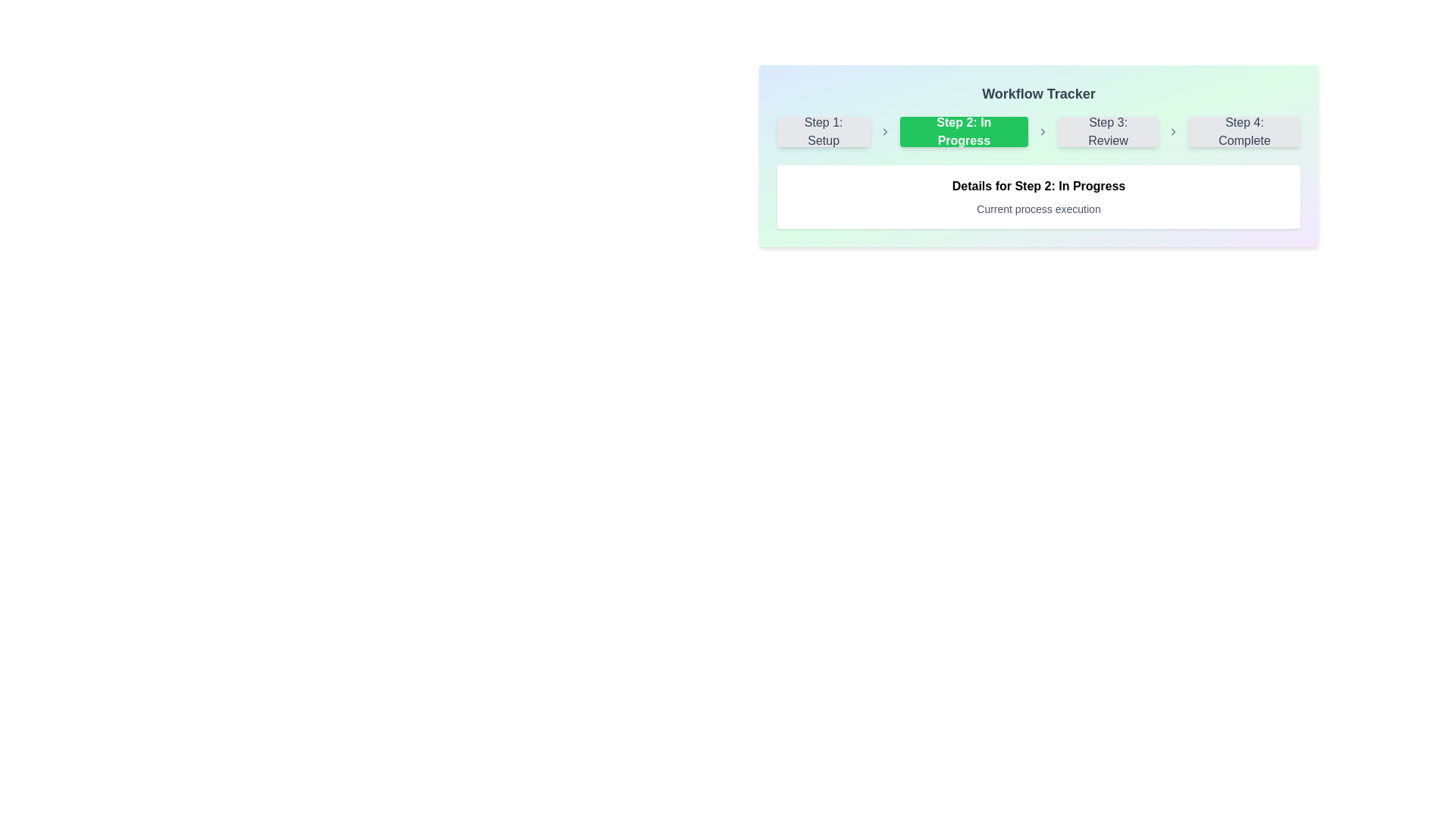  I want to click on the 'Step 1: Setup' button, which is a rectangular button with rounded corners, light gray color, and dark gray text, positioned to the far left in a horizontal sequence of workflow steps, so click(823, 130).